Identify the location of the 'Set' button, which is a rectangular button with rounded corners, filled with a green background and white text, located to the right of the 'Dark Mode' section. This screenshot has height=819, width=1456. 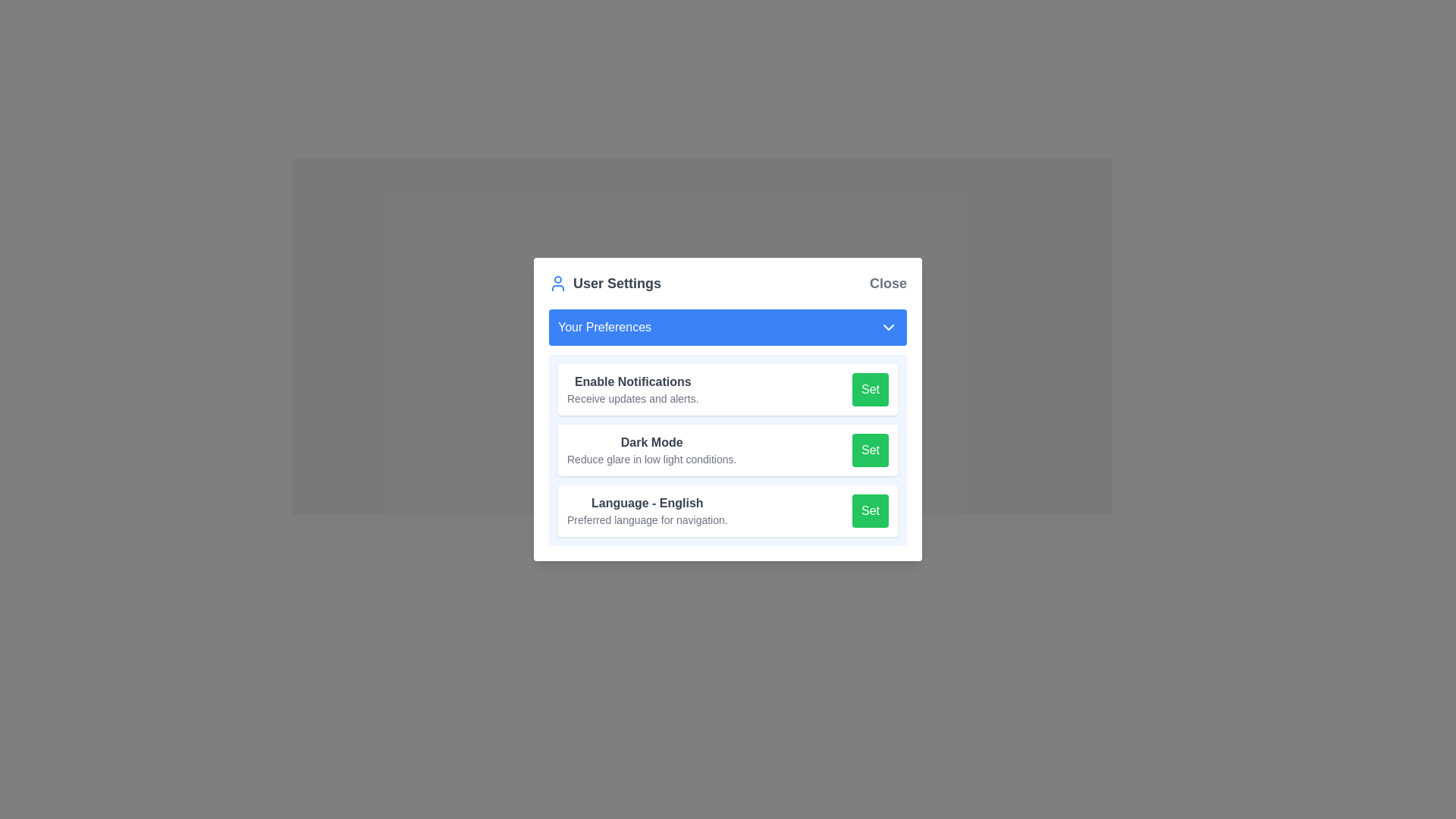
(870, 450).